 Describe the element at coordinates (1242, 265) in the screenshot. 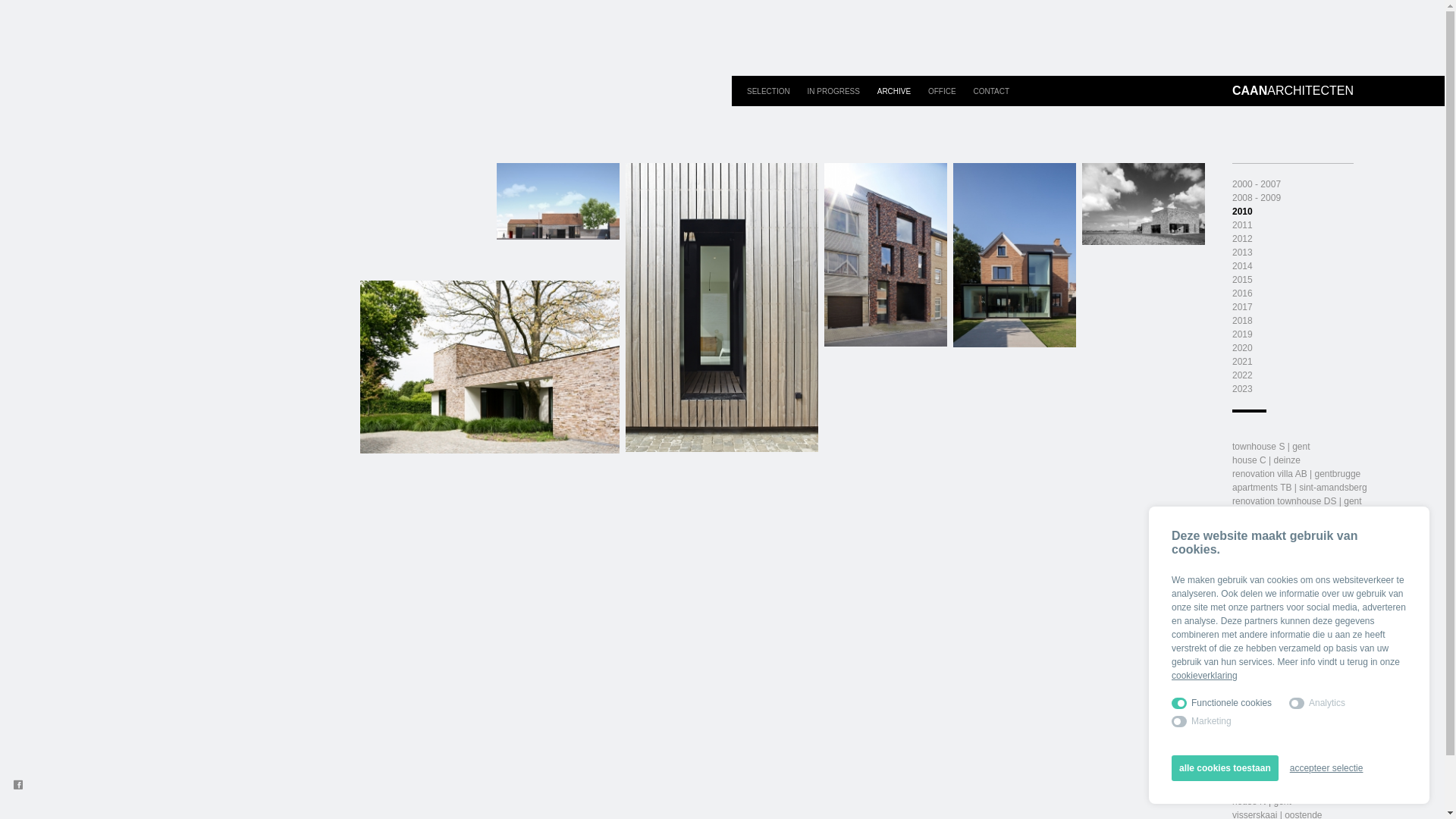

I see `'2014'` at that location.